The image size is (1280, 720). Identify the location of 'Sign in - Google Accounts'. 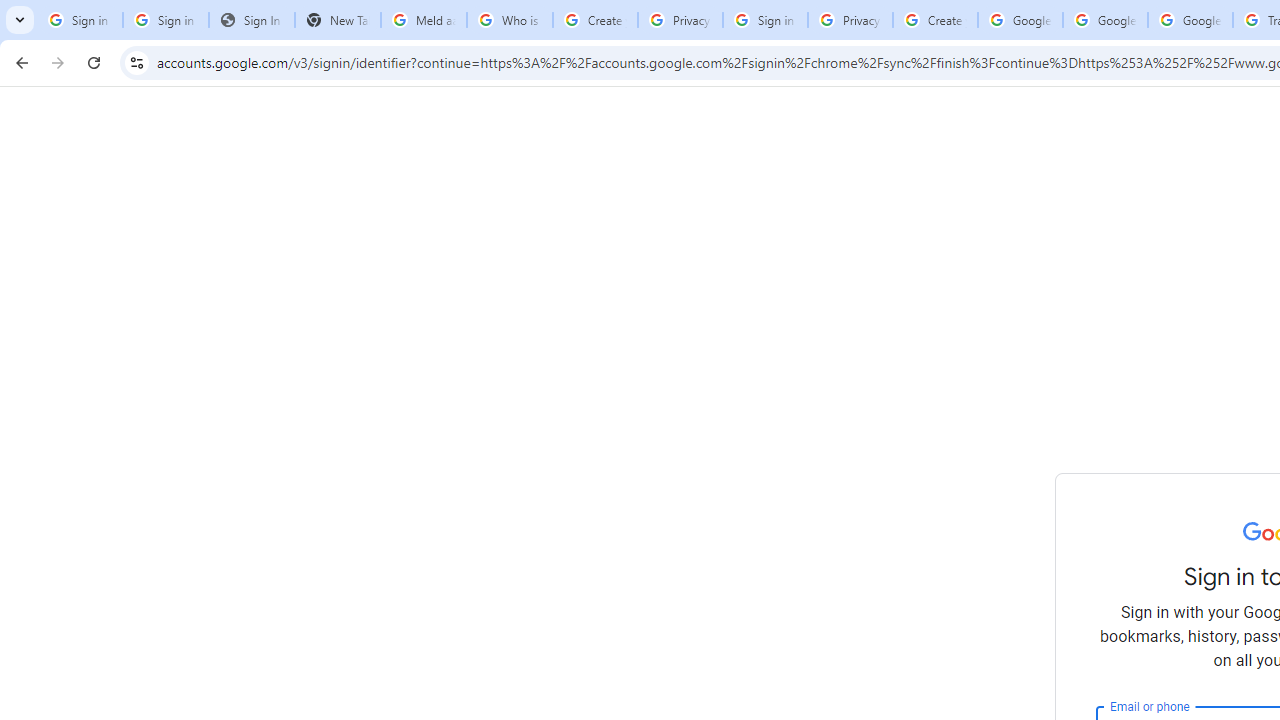
(764, 20).